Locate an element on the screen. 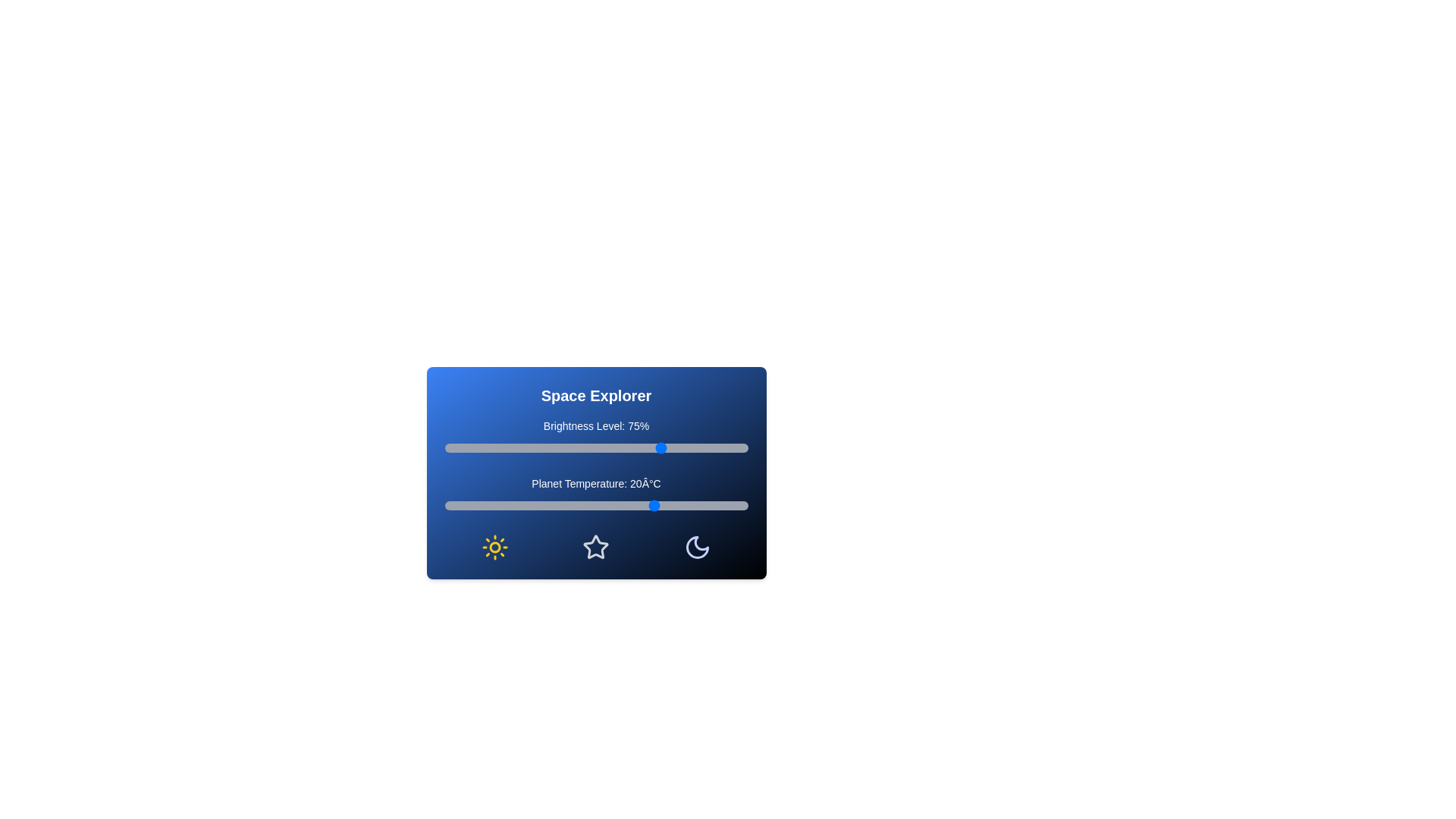  the Star icon to interact with it is located at coordinates (595, 547).